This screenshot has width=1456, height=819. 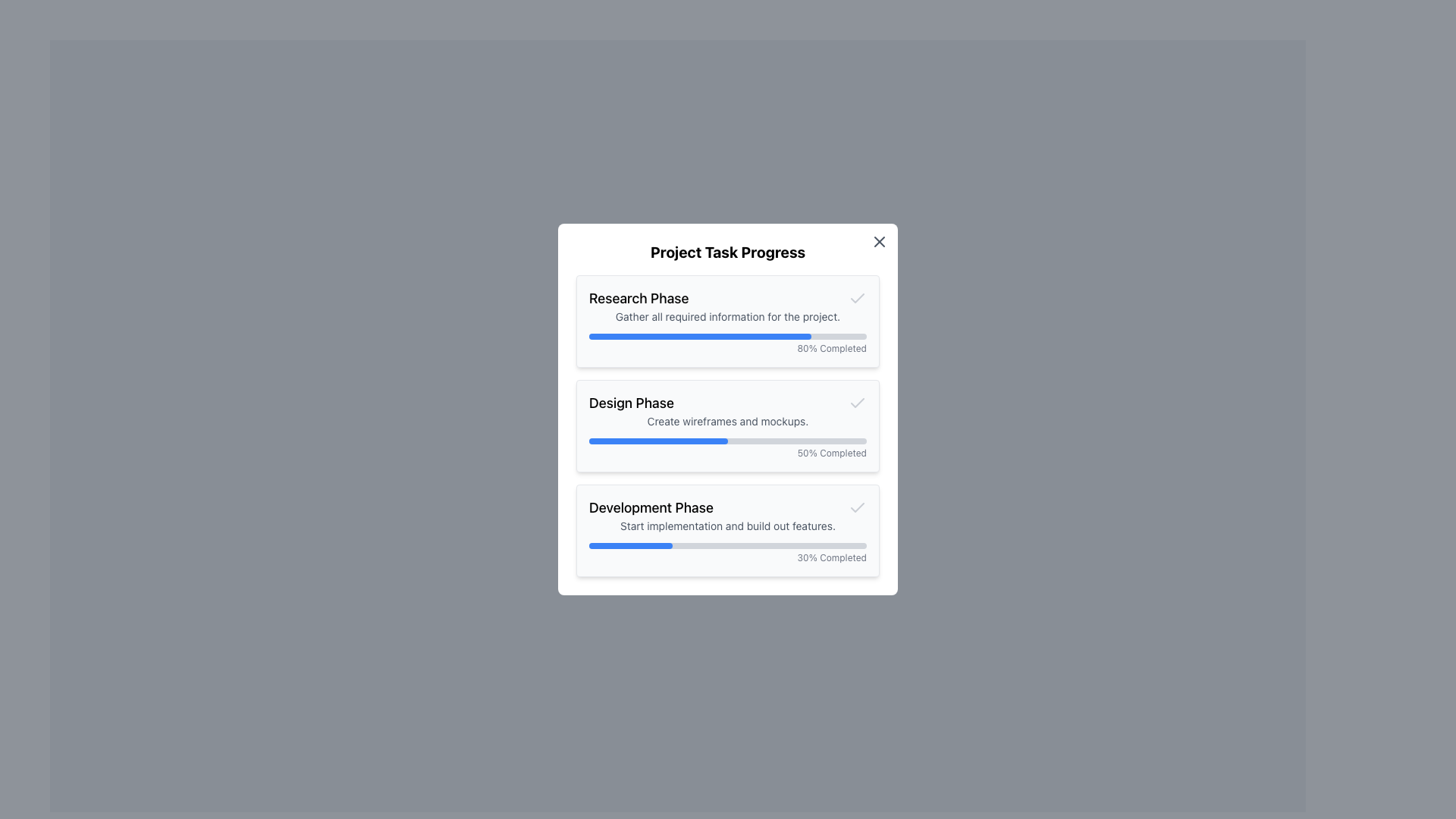 What do you see at coordinates (728, 546) in the screenshot?
I see `the progress bar that visually represents the completion percentage for the 'Development Phase' task, located below the descriptive text 'Start implementation and build out features.' and above the text '30% Completed'` at bounding box center [728, 546].